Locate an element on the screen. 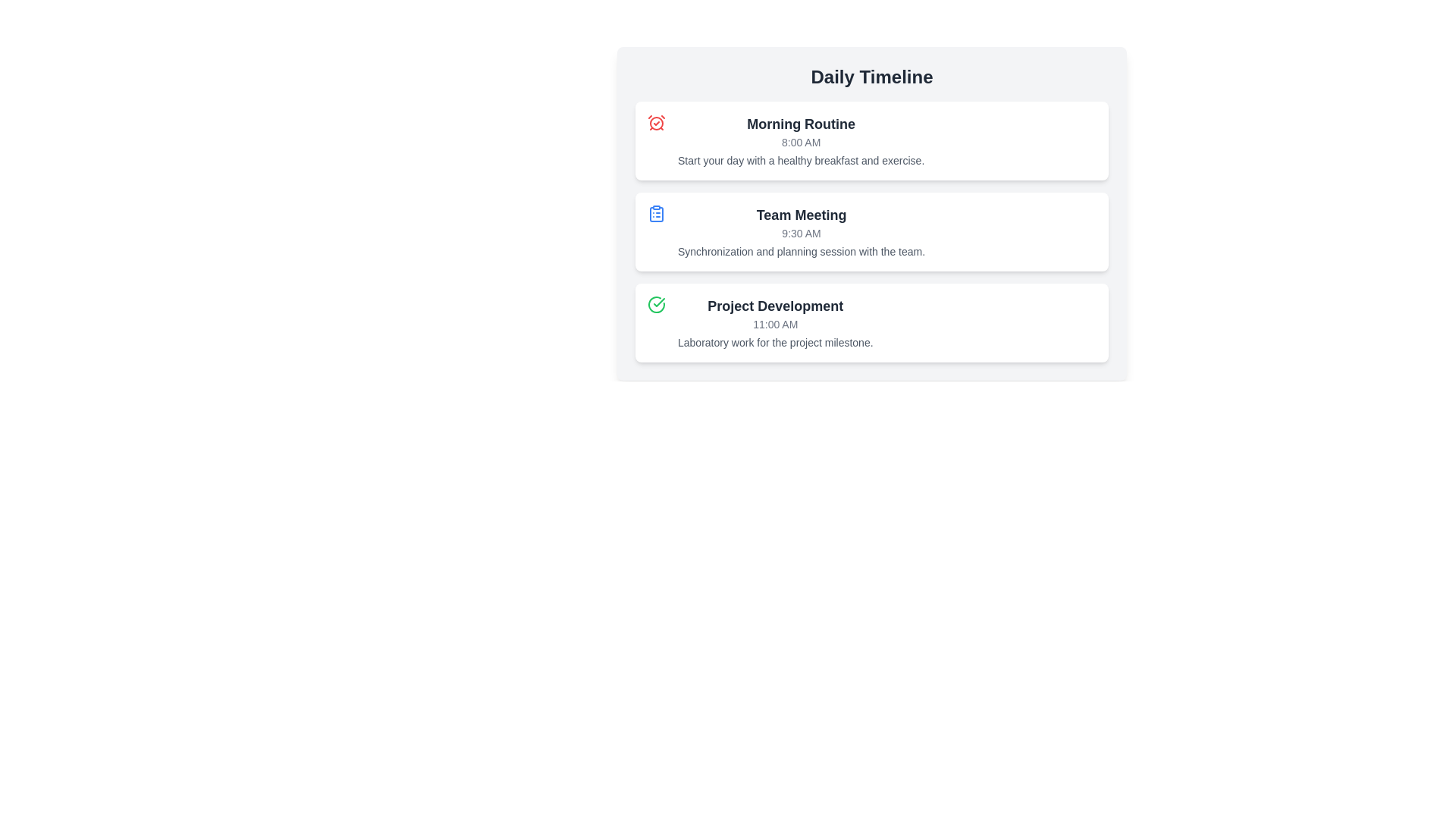 The height and width of the screenshot is (819, 1456). the text label indicating the scheduled time of the associated event under the 'Team Meeting' block is located at coordinates (800, 234).